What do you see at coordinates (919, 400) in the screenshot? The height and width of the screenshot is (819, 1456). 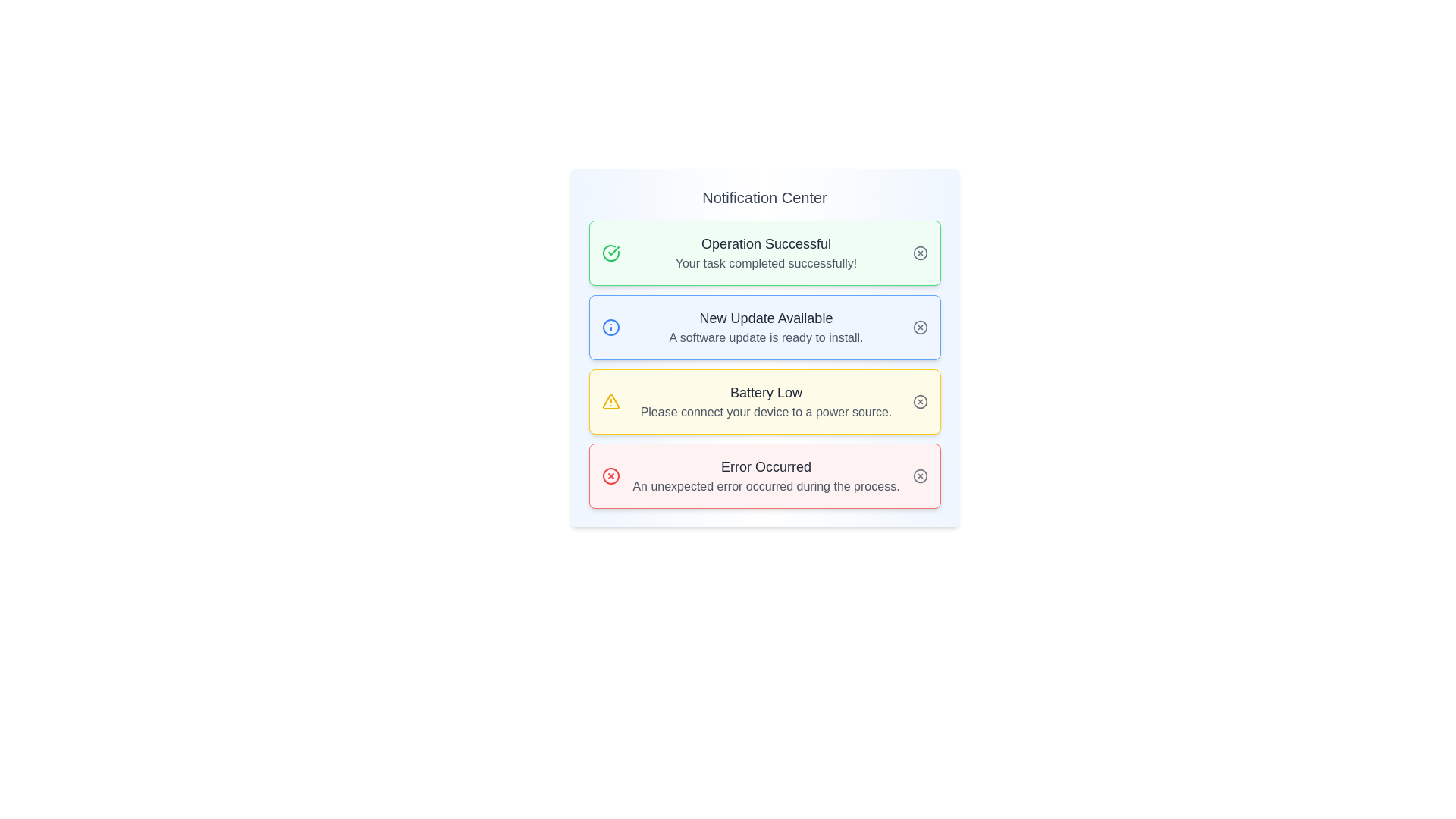 I see `the circular visual indicator of the close or remove action located in the third notification panel from the top, positioned adjacent to the right edge of the panel` at bounding box center [919, 400].